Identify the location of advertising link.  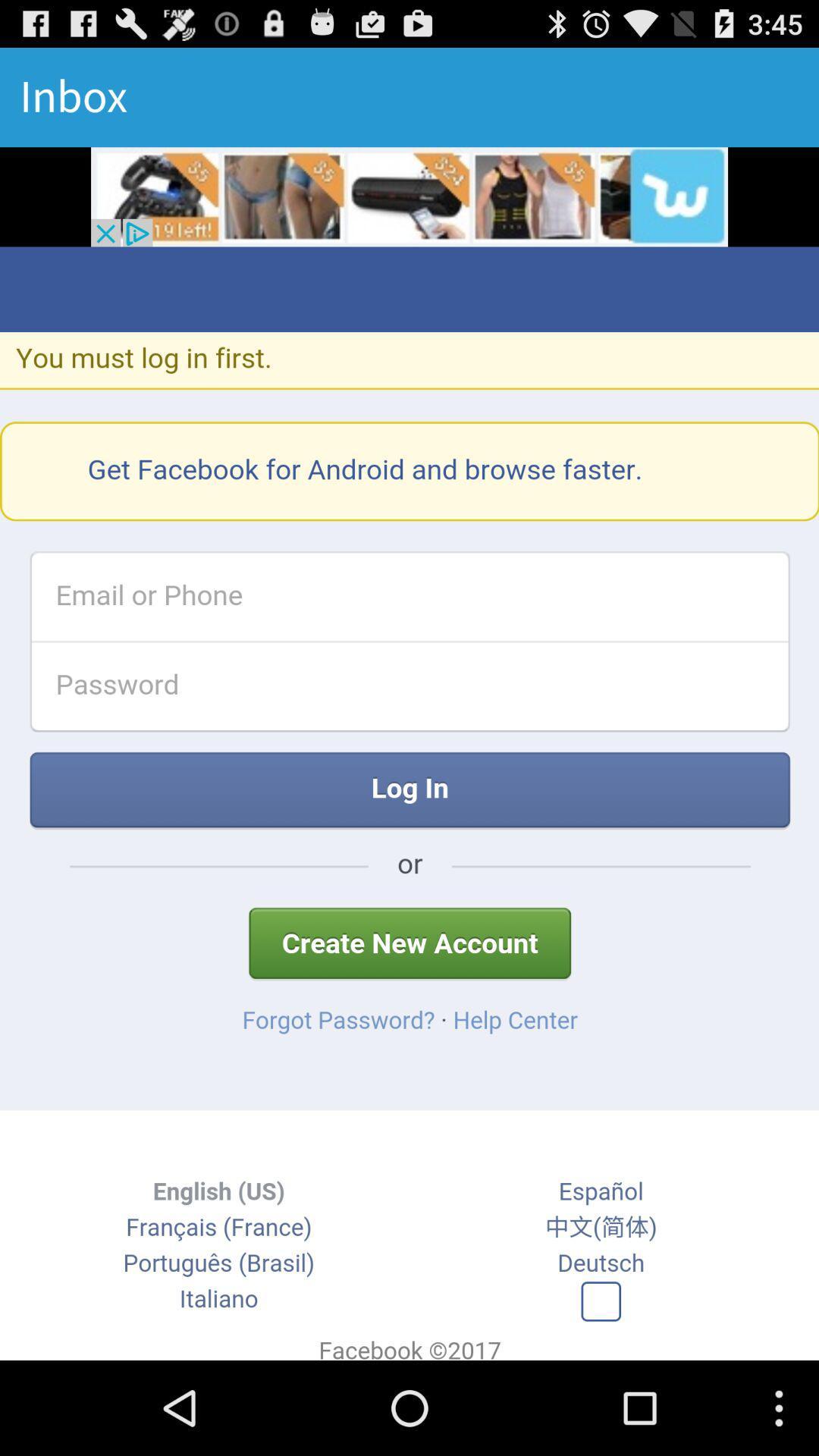
(409, 196).